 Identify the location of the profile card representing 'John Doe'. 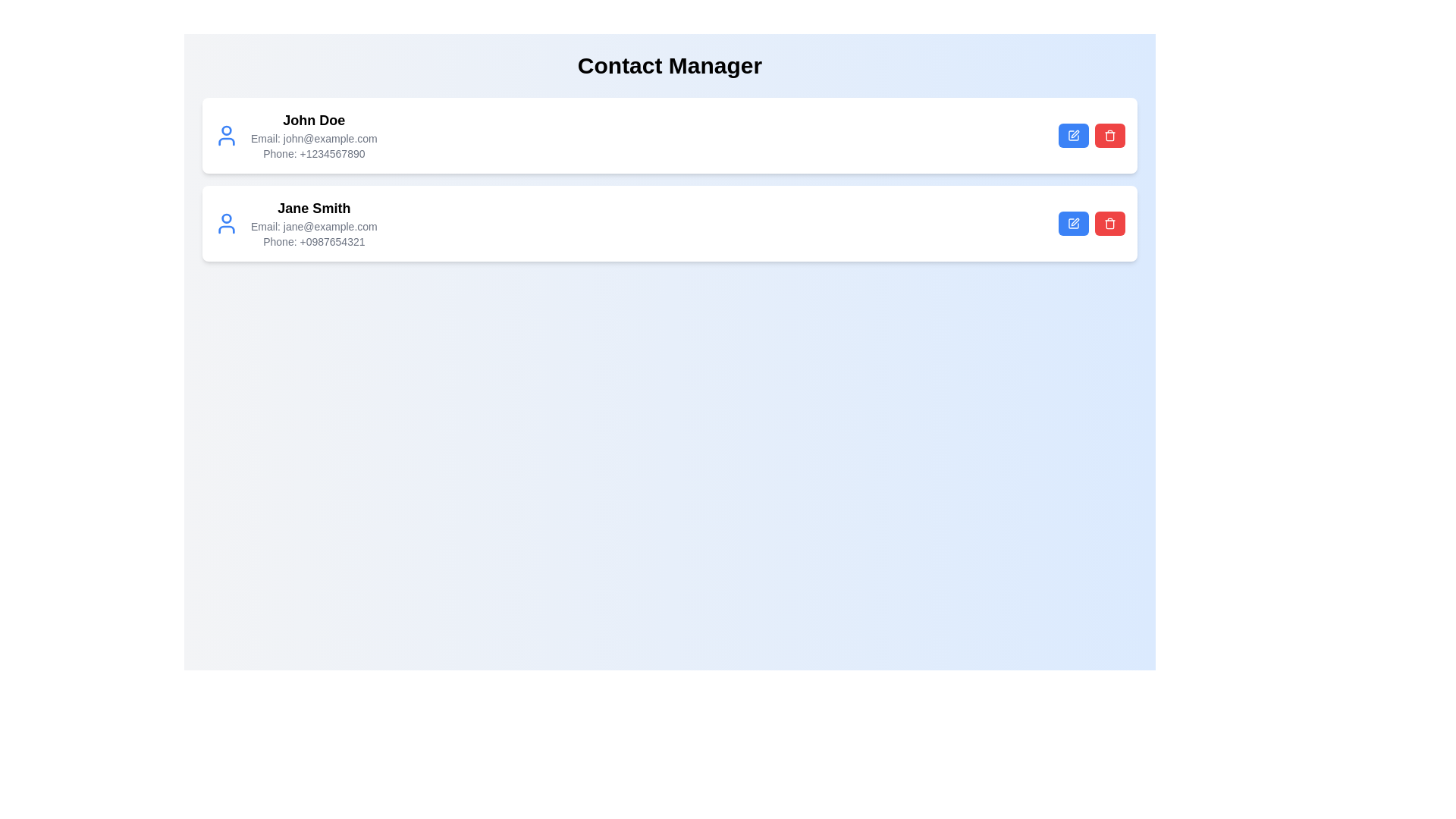
(296, 134).